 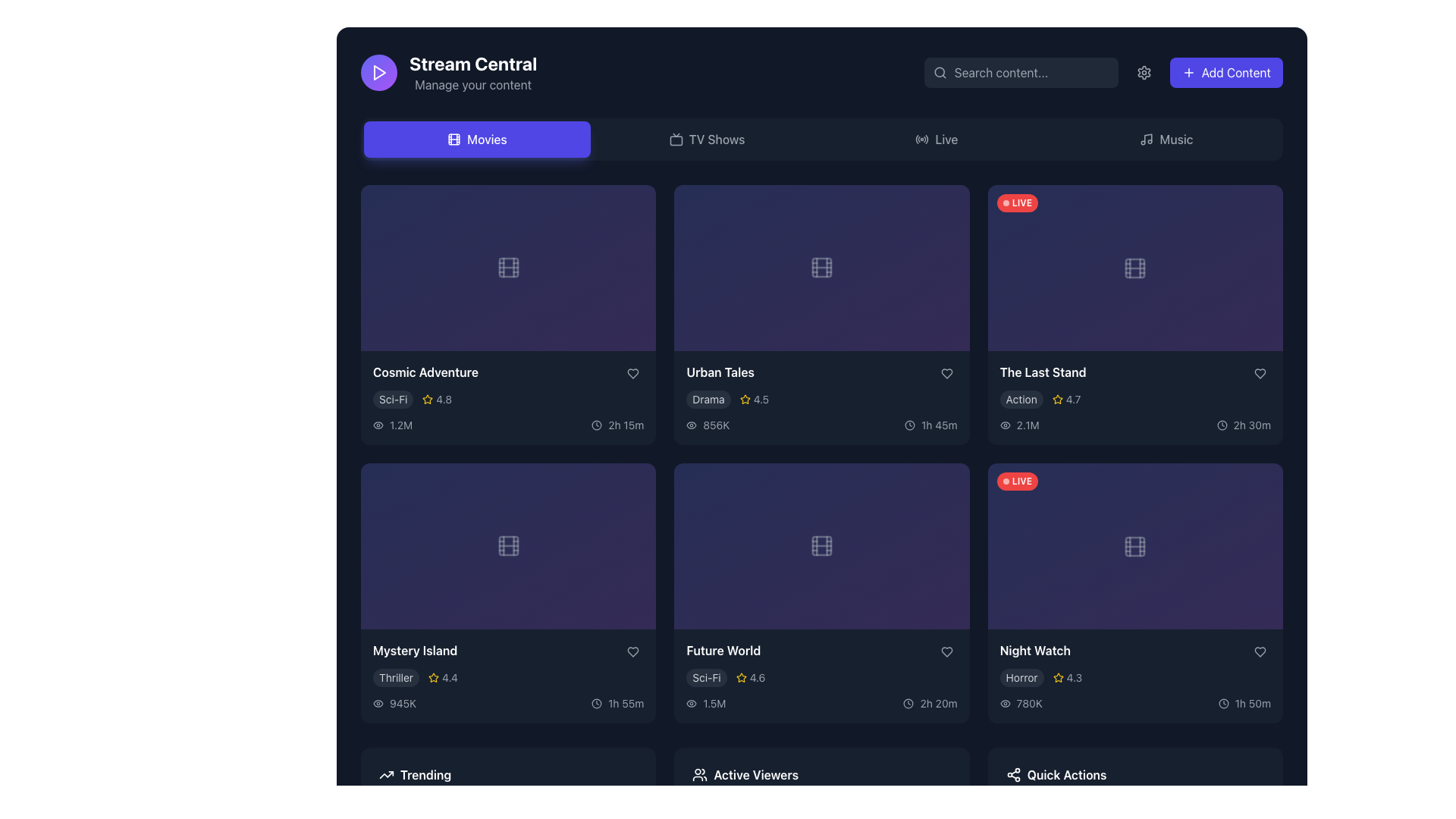 I want to click on the heart-shaped icon button located in the bottom-right corner of the 'Mystery Island' card, so click(x=633, y=651).